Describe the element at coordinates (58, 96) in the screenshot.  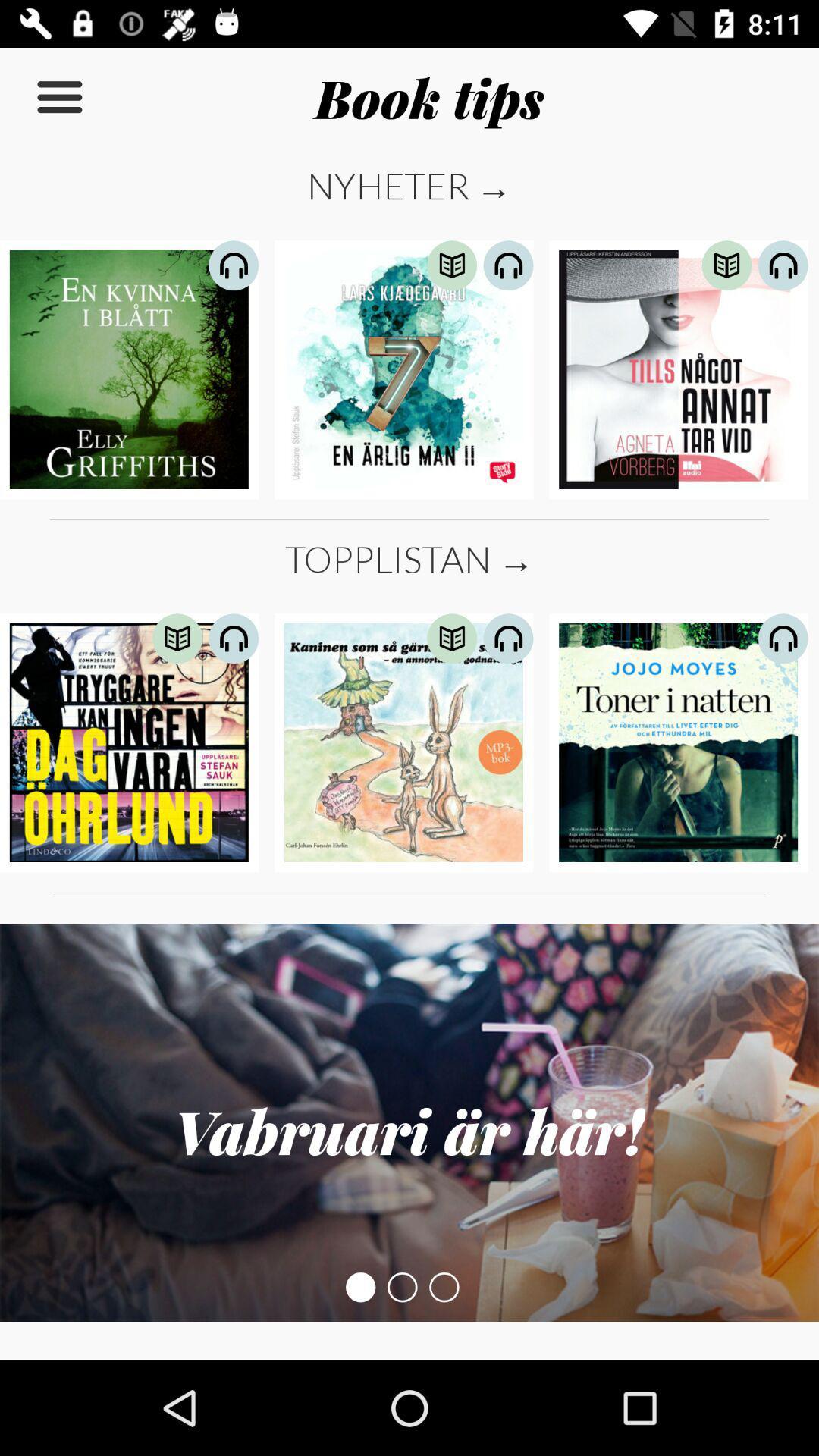
I see `icon to the left of book tips item` at that location.